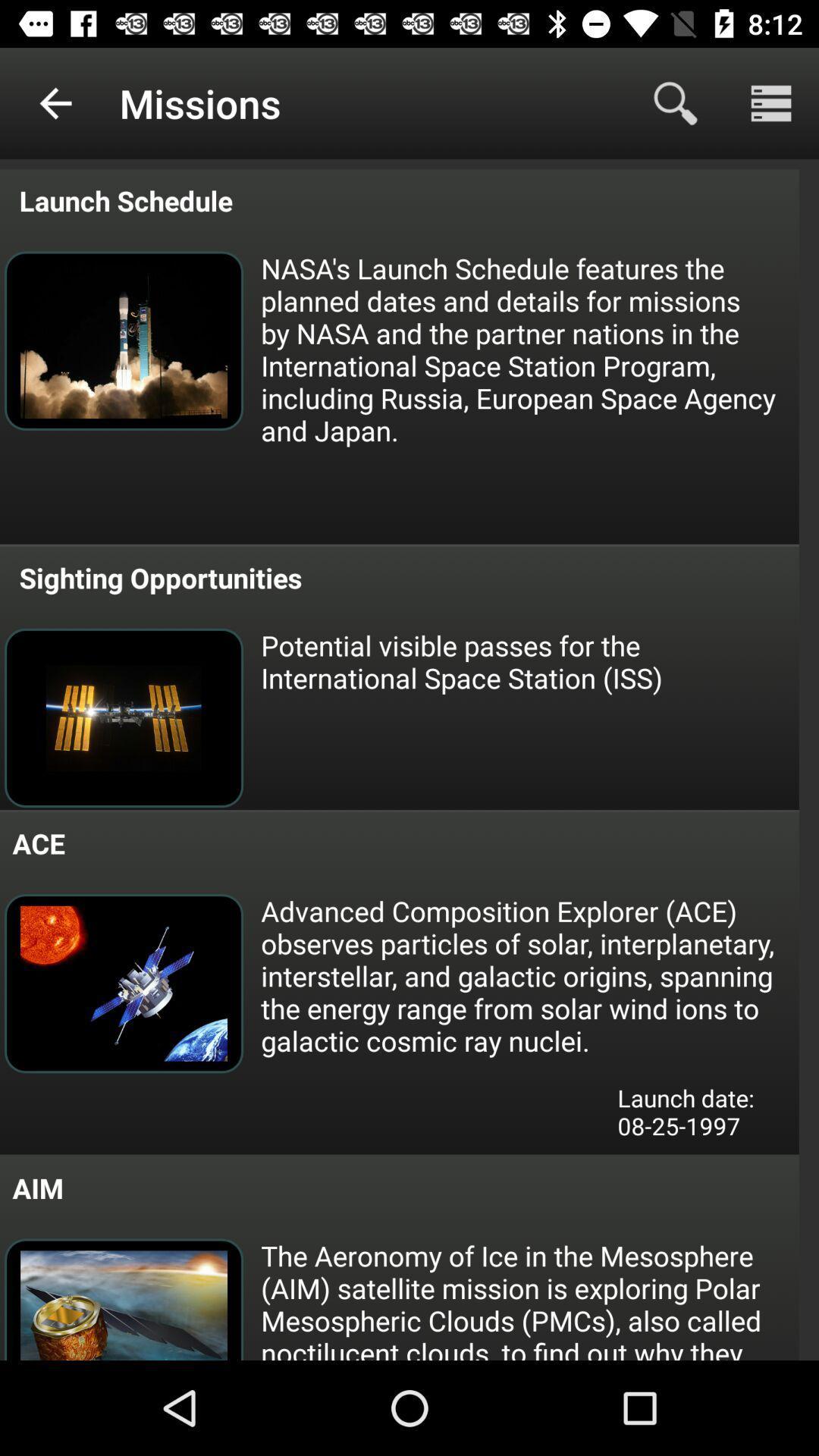 The image size is (819, 1456). Describe the element at coordinates (697, 1117) in the screenshot. I see `item below the advanced composition explorer item` at that location.